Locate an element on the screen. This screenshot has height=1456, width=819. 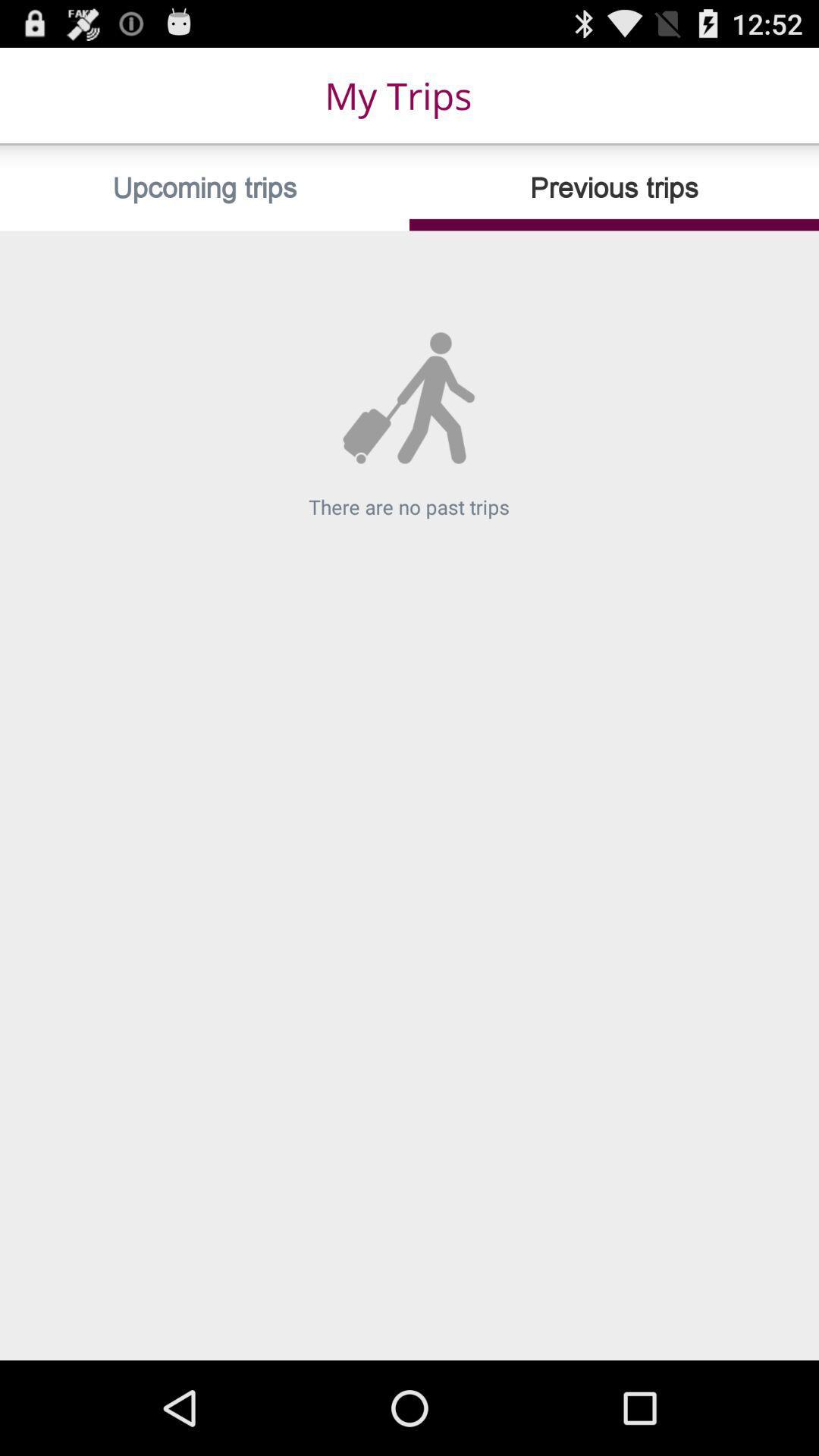
the icon above there are no item is located at coordinates (614, 187).